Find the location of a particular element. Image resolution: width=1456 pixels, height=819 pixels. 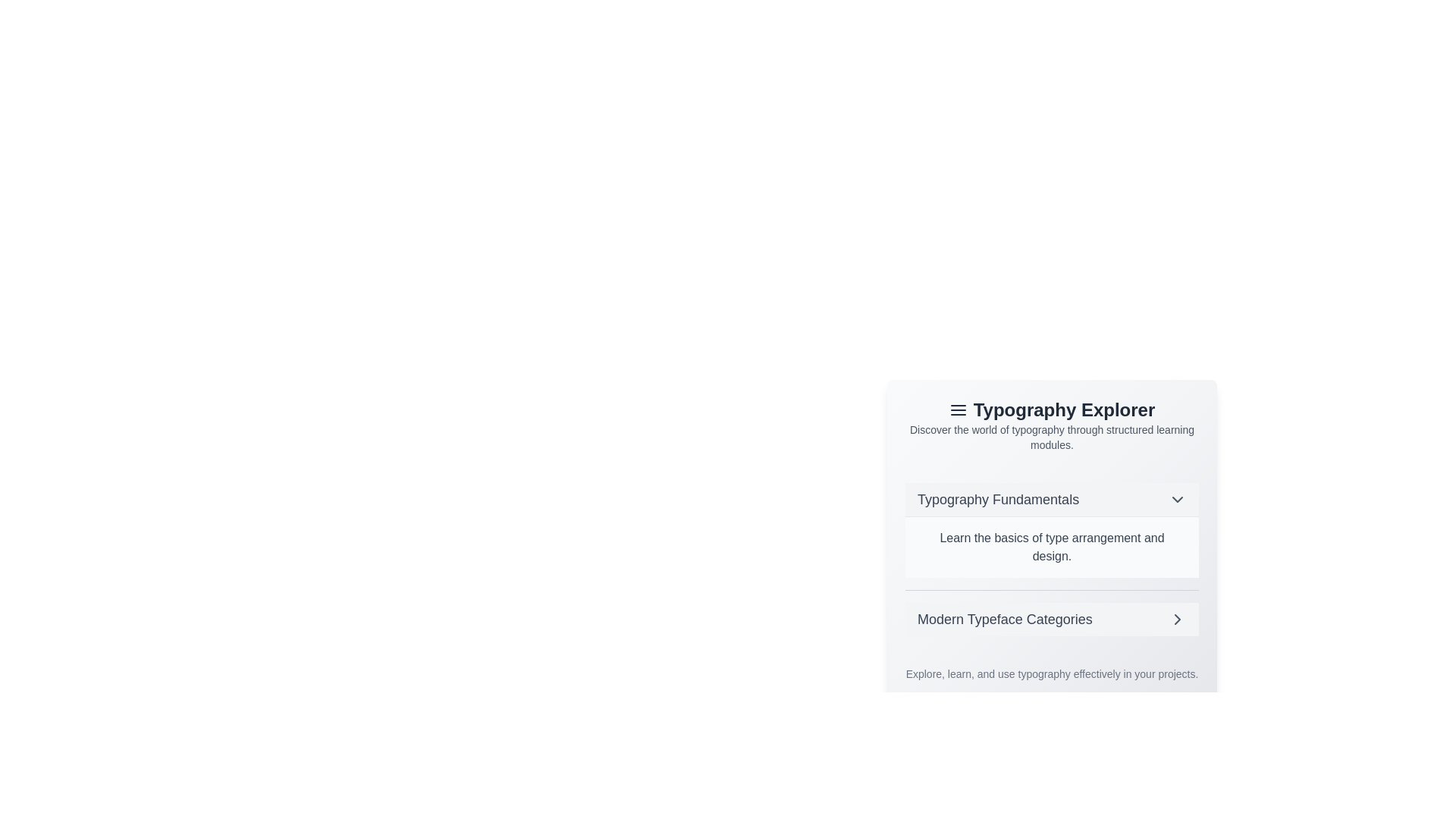

the clickable list item labeled 'Modern Typeface Categories' to indicate selection is located at coordinates (1051, 620).